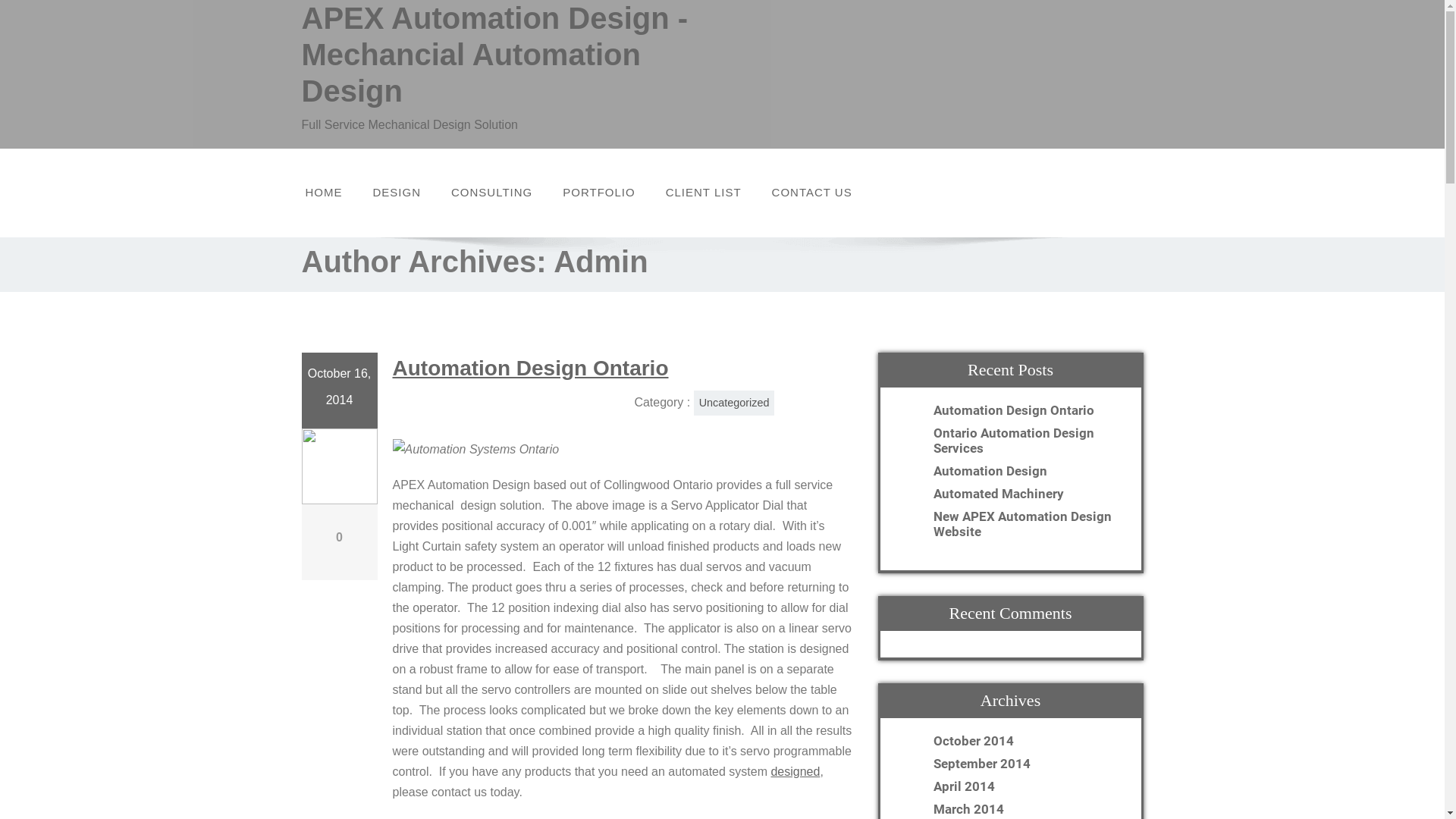  I want to click on 'October 2014', so click(968, 739).